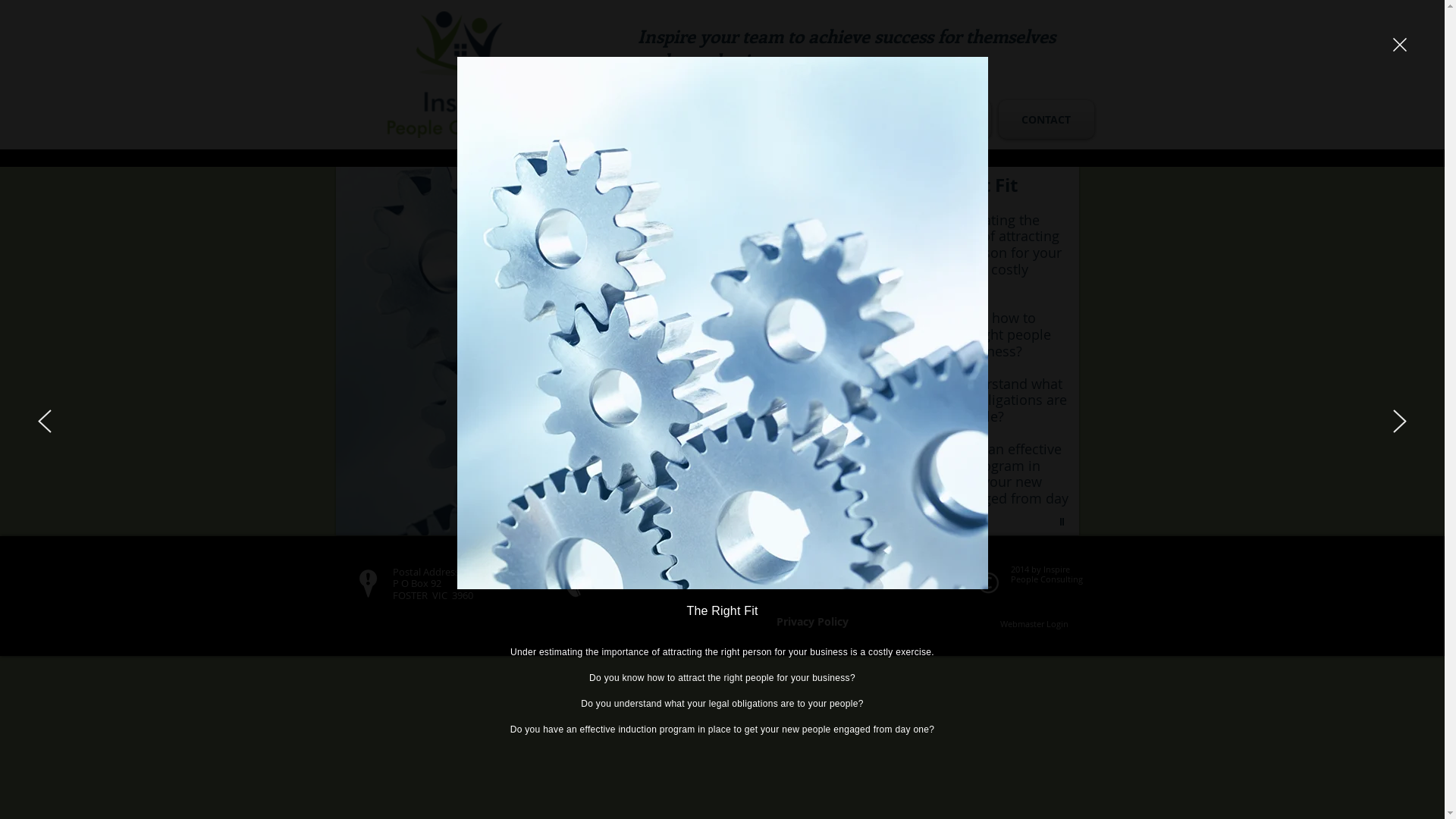 This screenshot has width=1456, height=819. Describe the element at coordinates (462, 74) in the screenshot. I see `'GIFlogoColorSmall.gif'` at that location.